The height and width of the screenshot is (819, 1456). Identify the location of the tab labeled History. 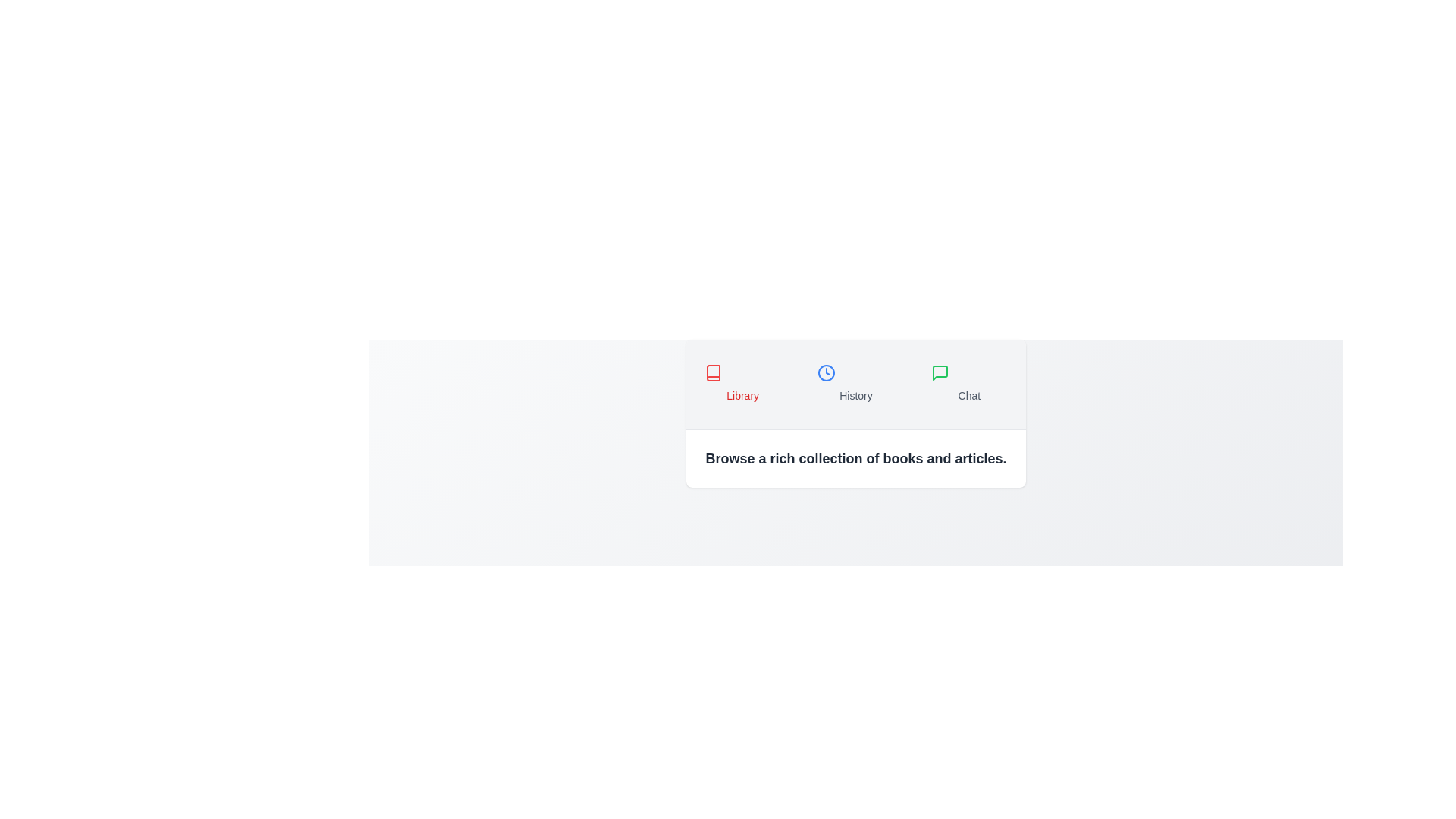
(855, 383).